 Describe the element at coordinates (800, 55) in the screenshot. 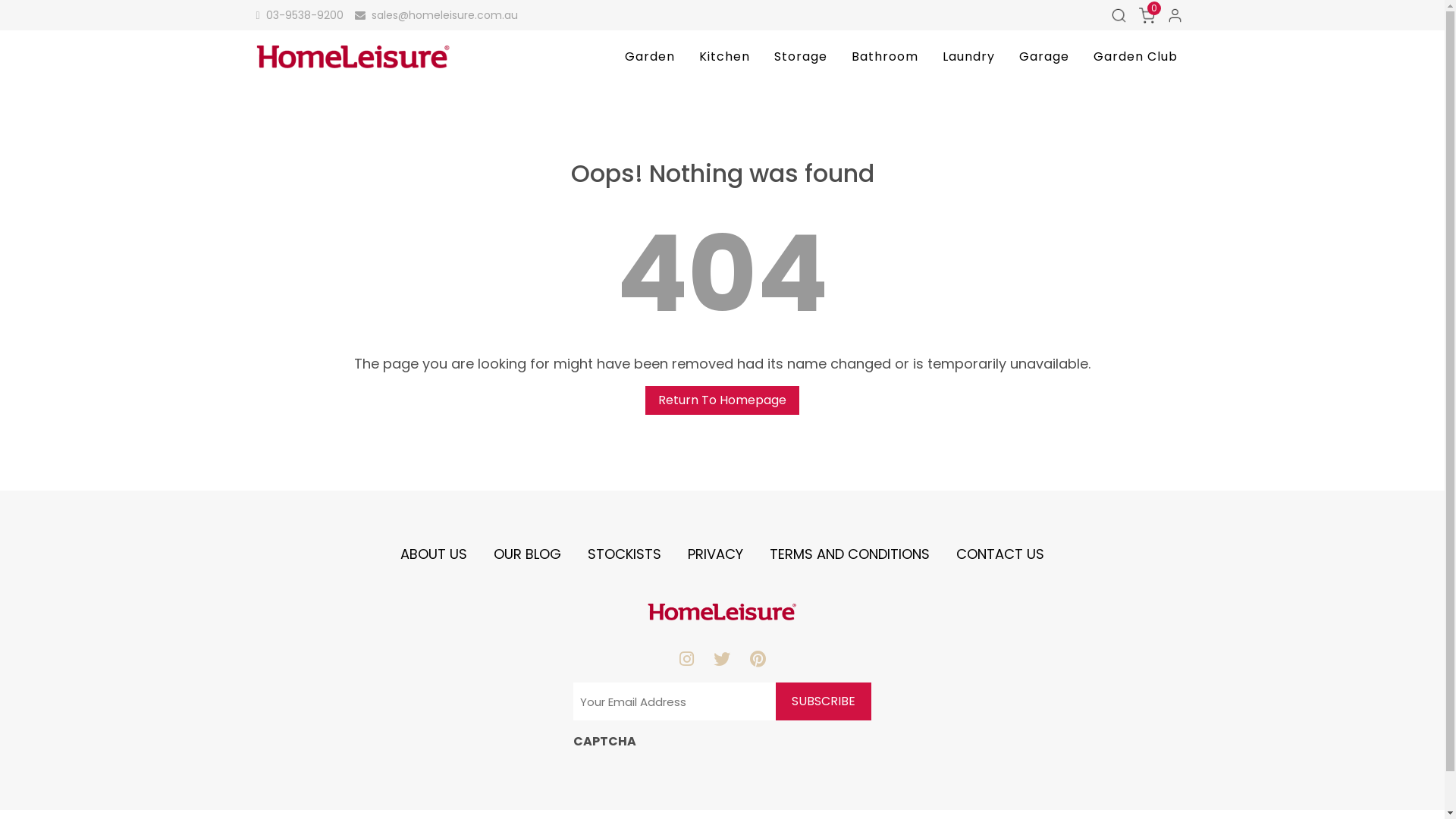

I see `'Storage'` at that location.